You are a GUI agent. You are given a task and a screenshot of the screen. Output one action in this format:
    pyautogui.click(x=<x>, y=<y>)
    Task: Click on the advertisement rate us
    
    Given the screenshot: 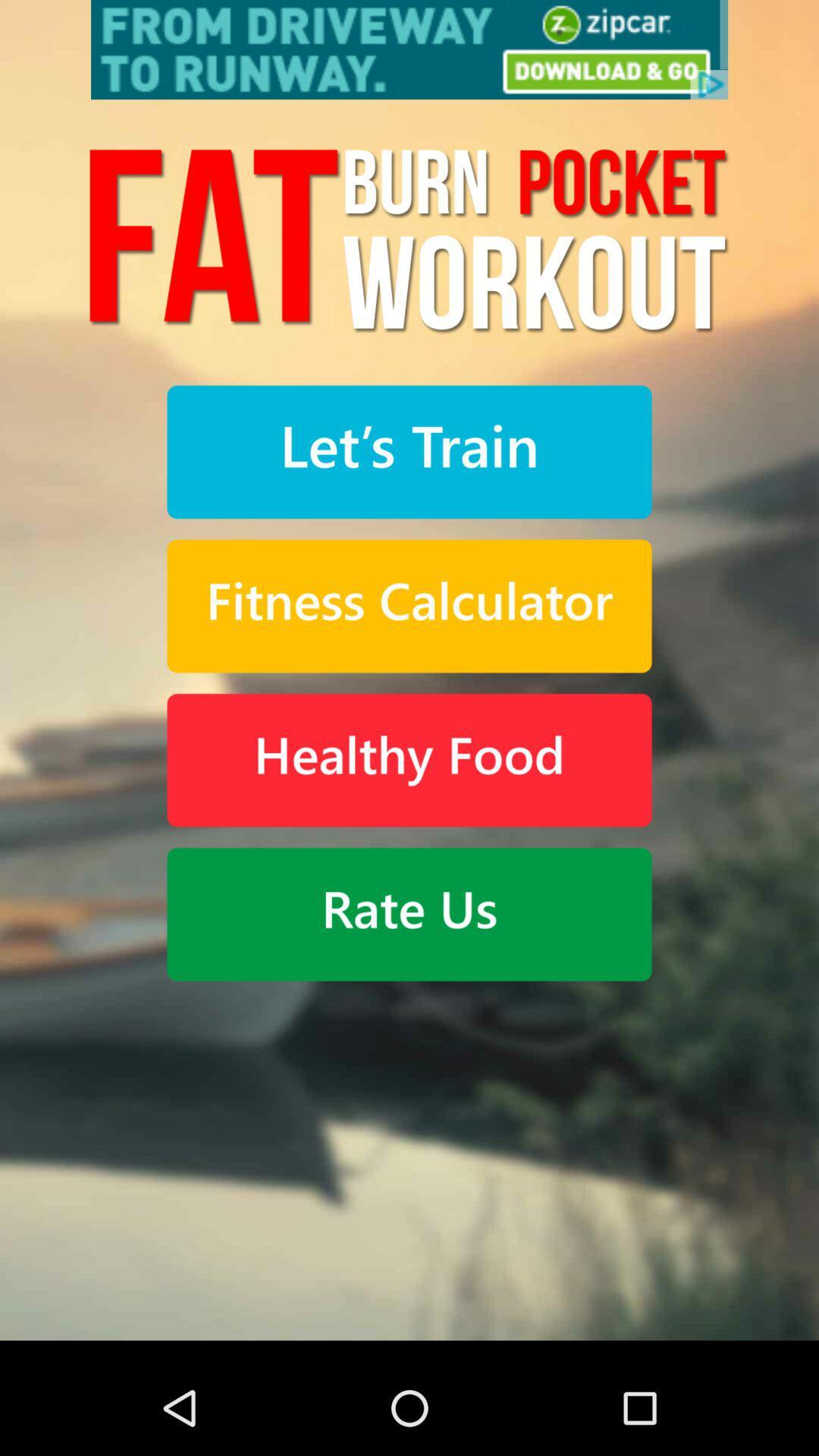 What is the action you would take?
    pyautogui.click(x=409, y=49)
    